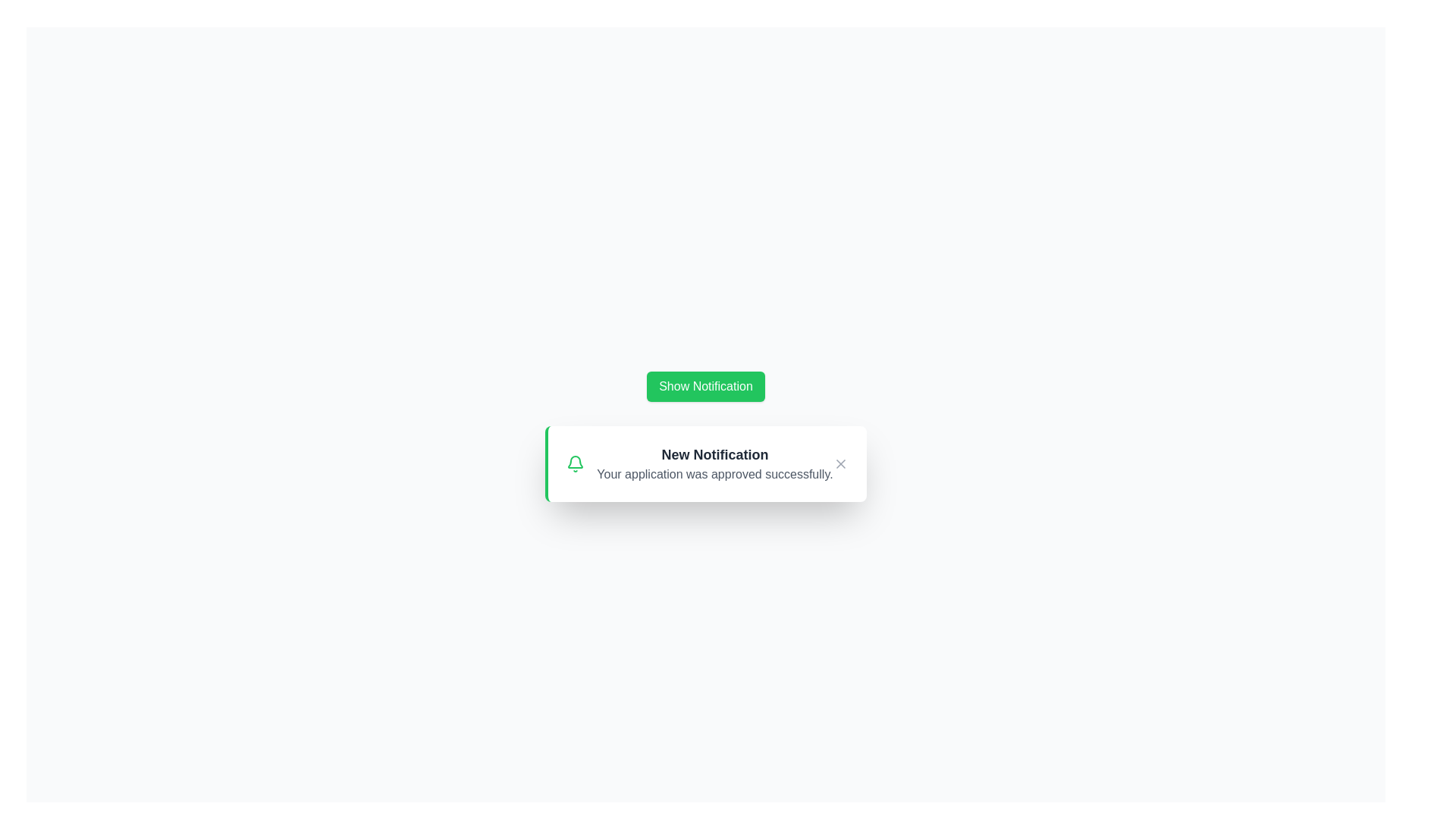 This screenshot has height=819, width=1456. Describe the element at coordinates (714, 454) in the screenshot. I see `text from the title or header of the notification card, which is located at the top center of the card above the message 'Your application was approved successfully.'` at that location.